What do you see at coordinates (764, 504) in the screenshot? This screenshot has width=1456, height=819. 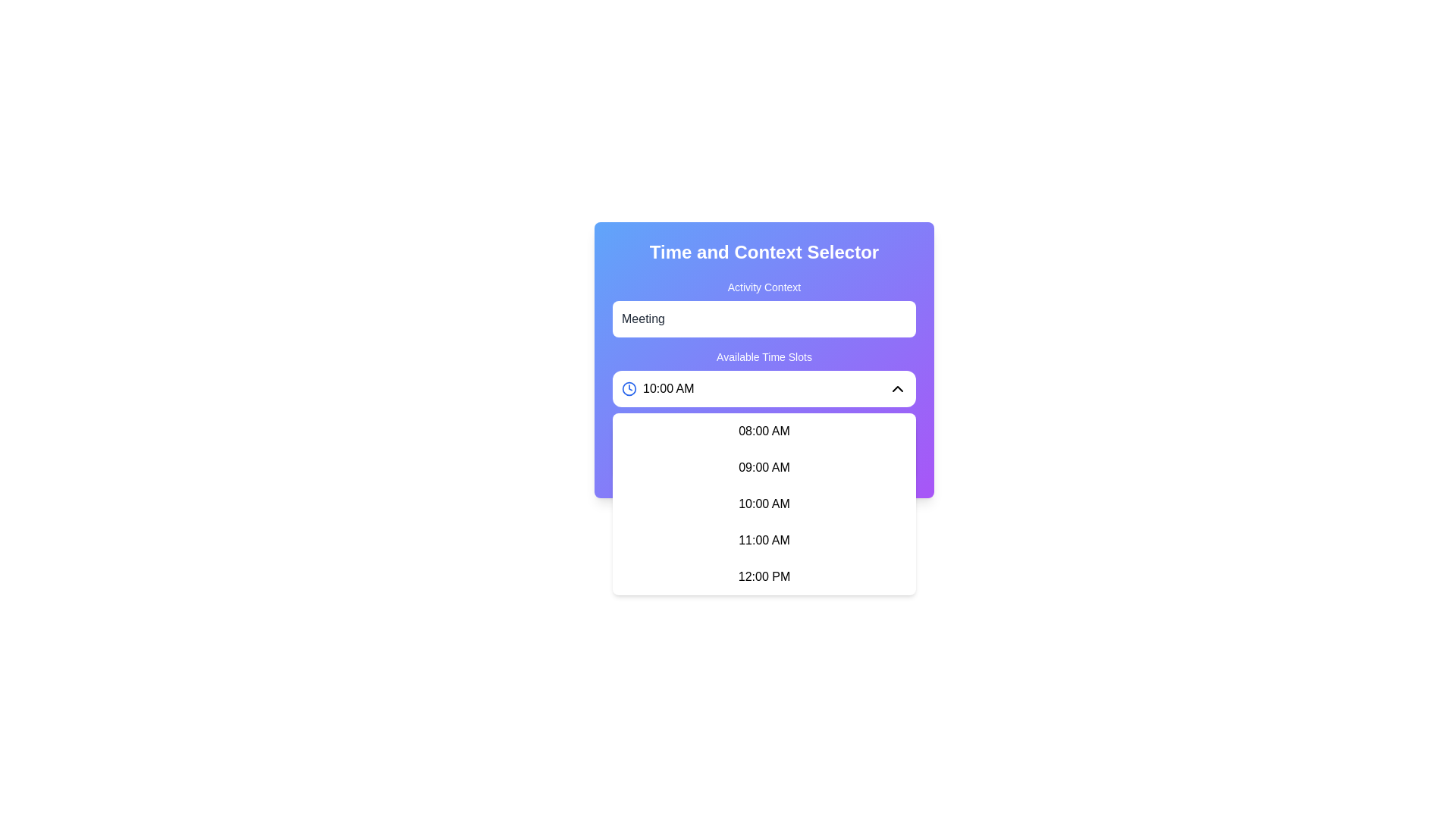 I see `the '10:00 AM' time slot, which is the third item in the dropdown menu between '09:00 AM' and '11:00 AM'` at bounding box center [764, 504].